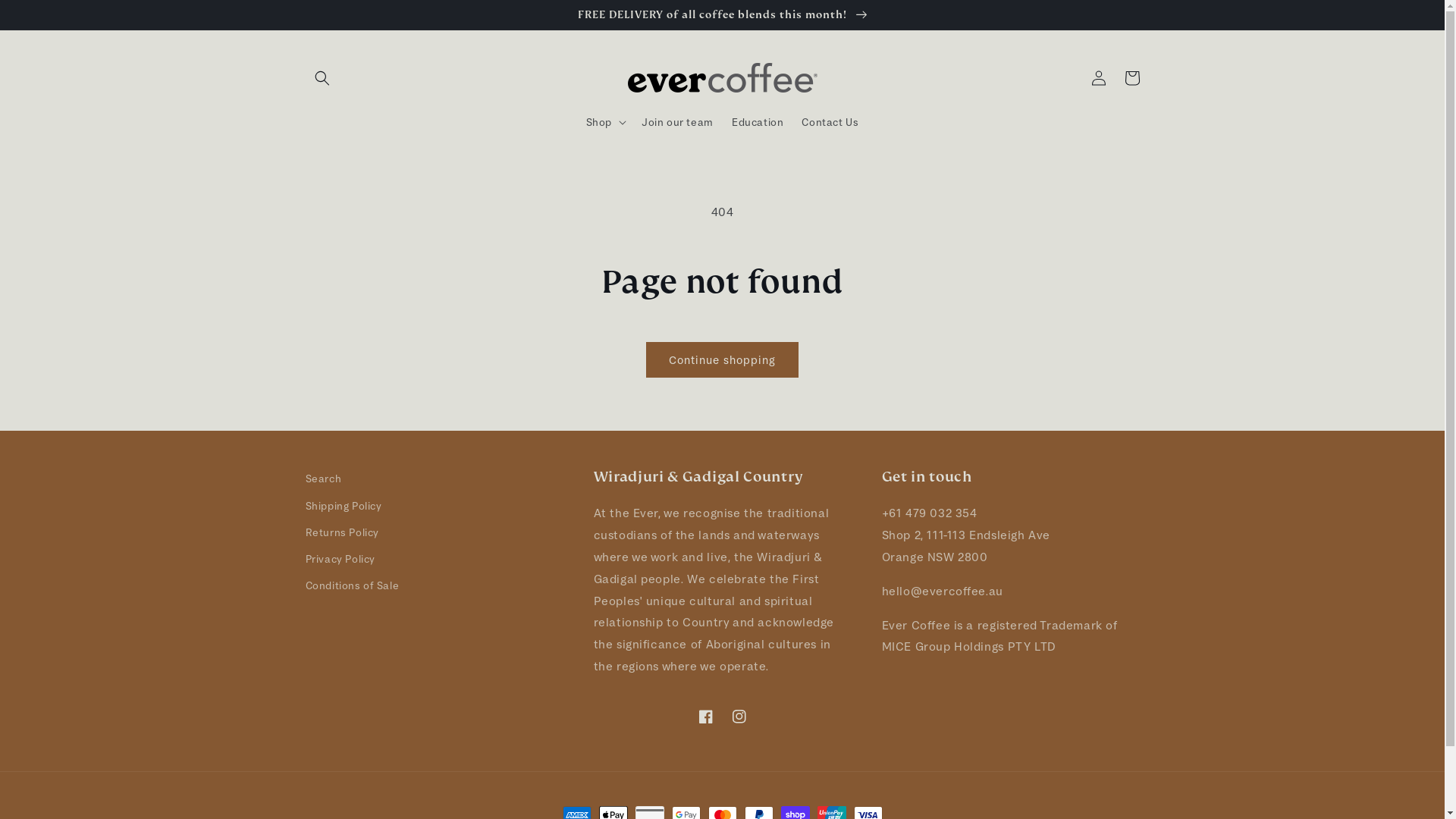  What do you see at coordinates (739, 717) in the screenshot?
I see `'Instagram'` at bounding box center [739, 717].